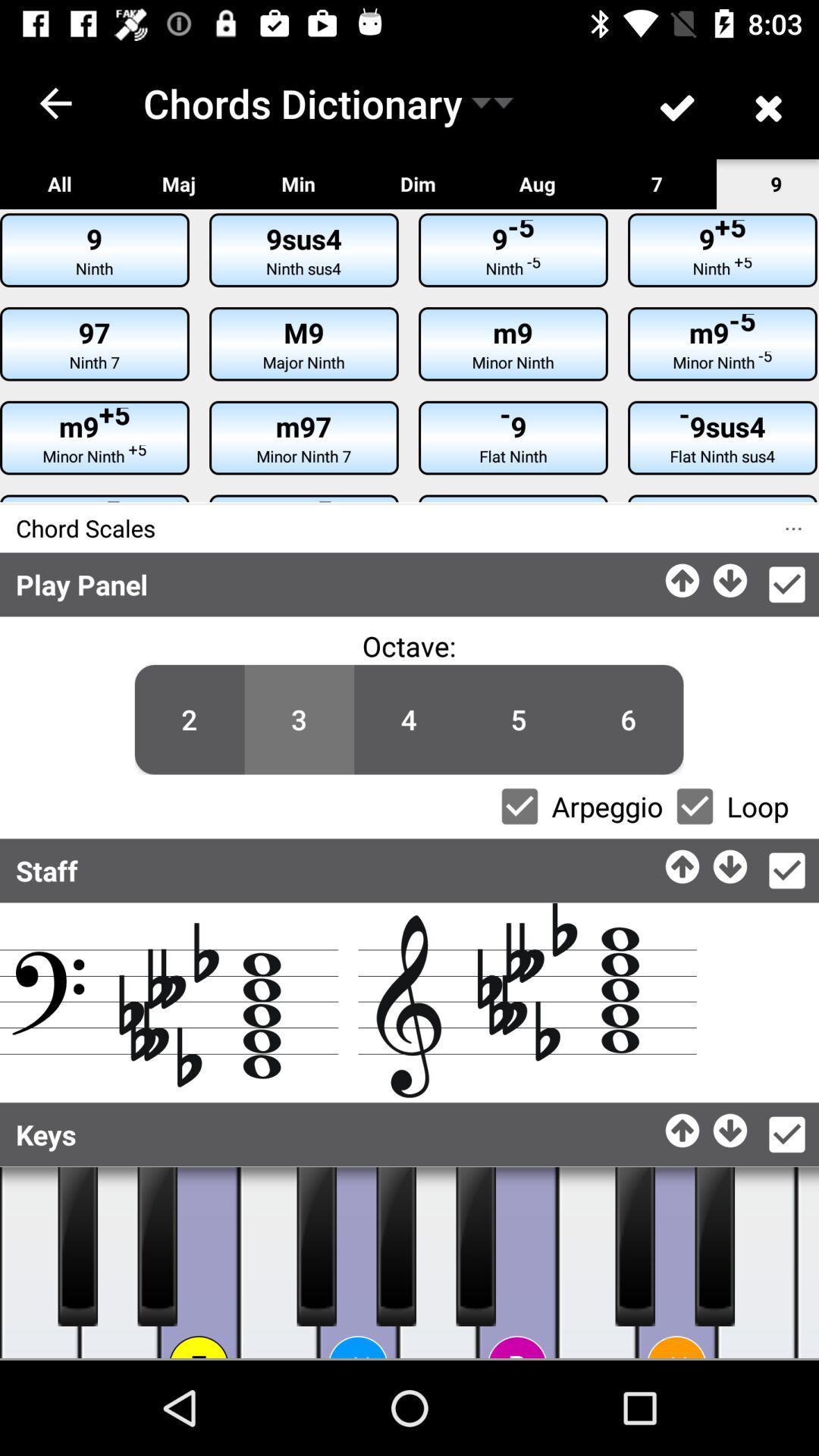 The width and height of the screenshot is (819, 1456). What do you see at coordinates (730, 862) in the screenshot?
I see `down one staff` at bounding box center [730, 862].